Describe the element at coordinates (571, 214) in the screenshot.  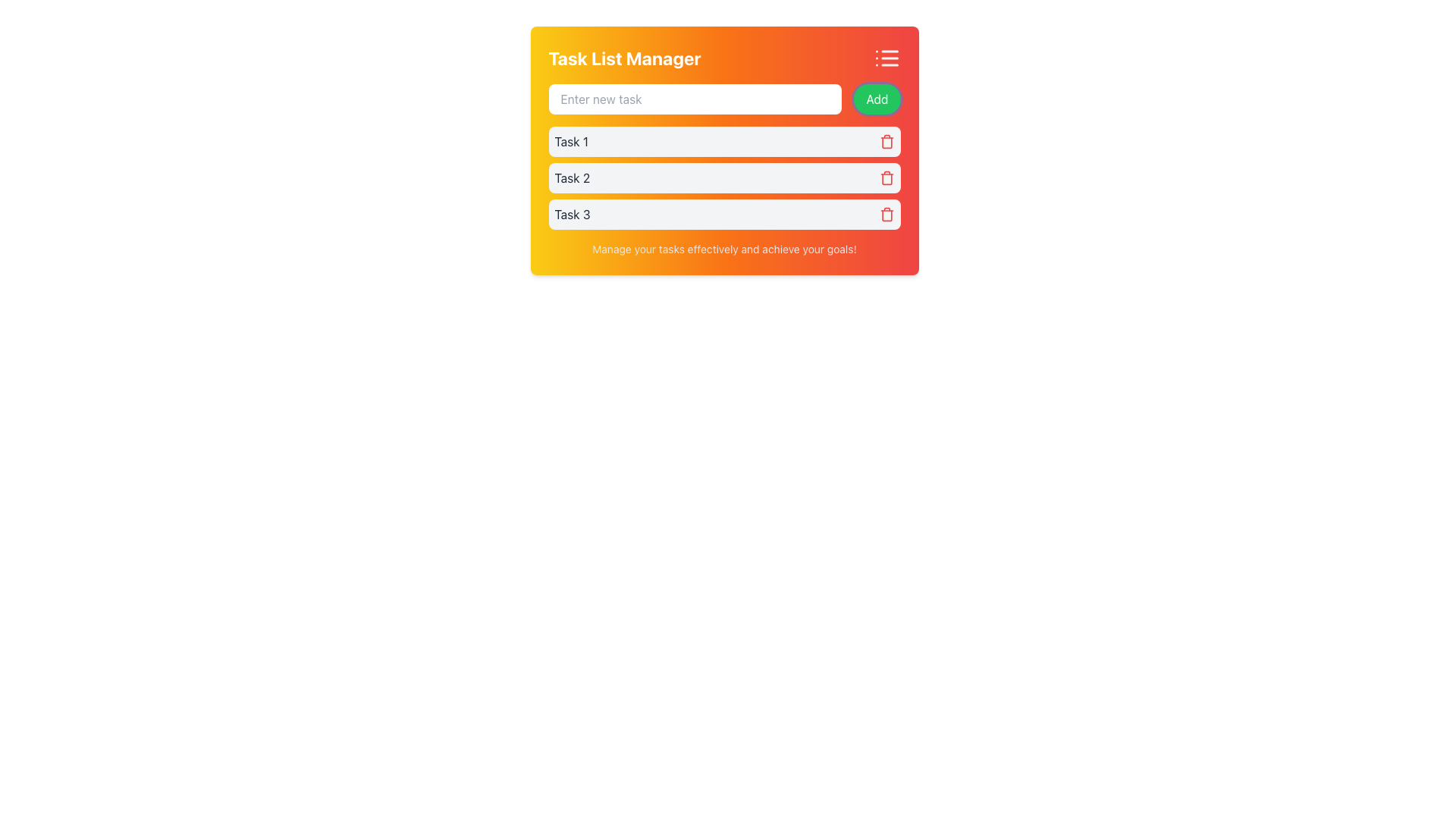
I see `the static text label displaying 'Task 3' in black font, located in the task manager interface, to the left of the delete icon` at that location.